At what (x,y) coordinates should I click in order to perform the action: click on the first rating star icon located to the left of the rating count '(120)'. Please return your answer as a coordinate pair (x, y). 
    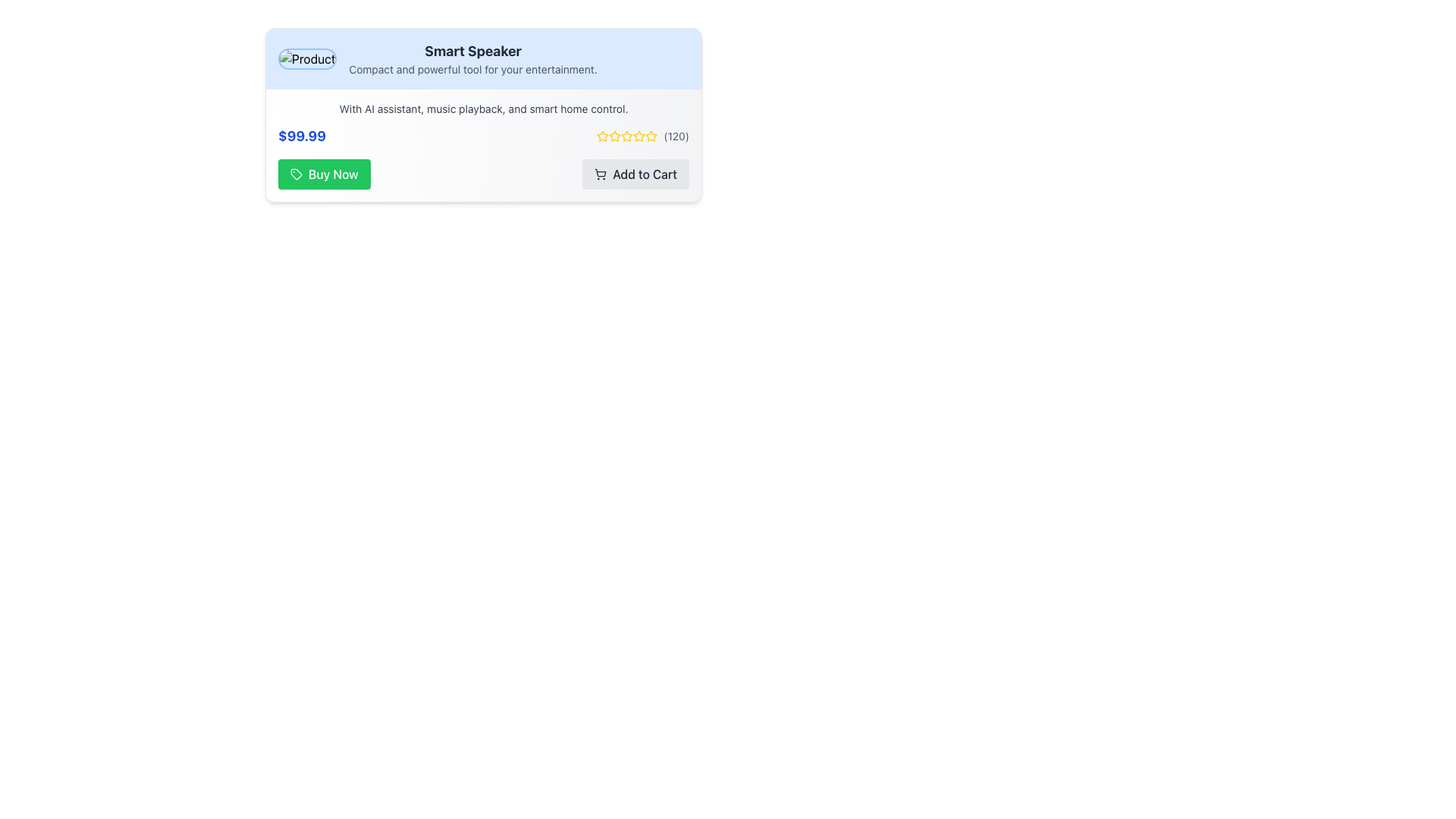
    Looking at the image, I should click on (602, 136).